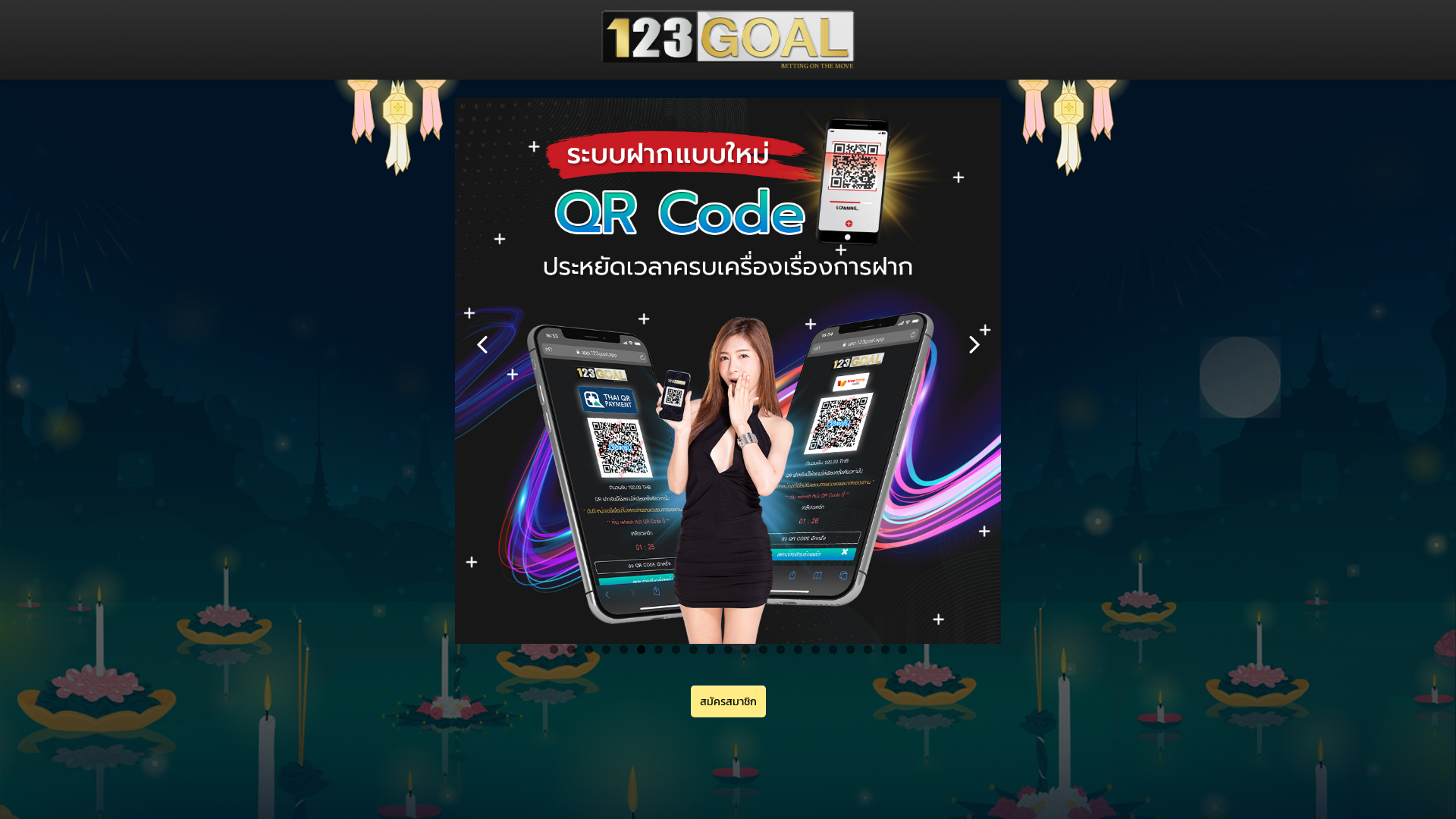  Describe the element at coordinates (480, 343) in the screenshot. I see `'Previous'` at that location.